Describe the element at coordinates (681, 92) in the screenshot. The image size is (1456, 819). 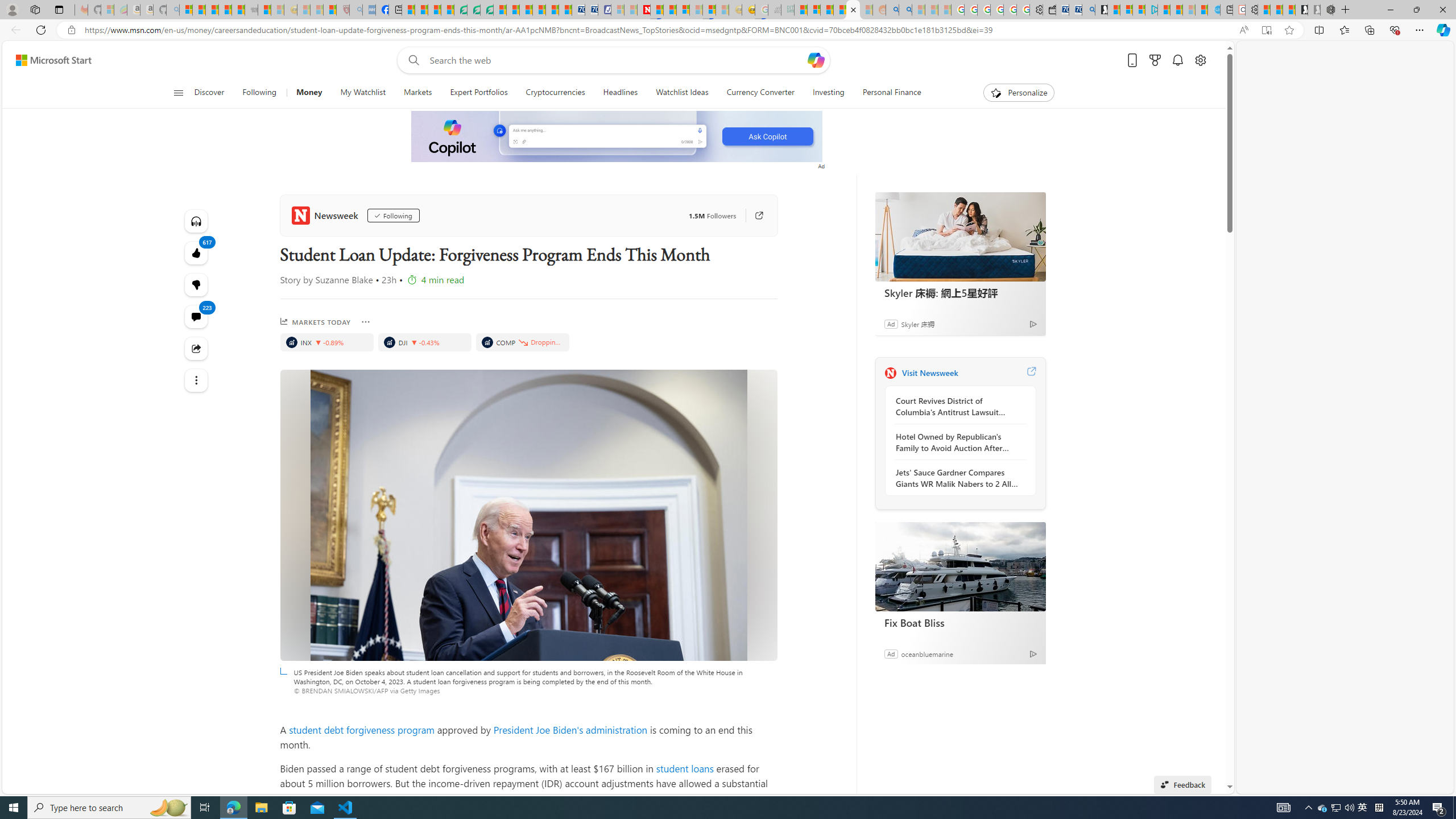
I see `'Watchlist Ideas'` at that location.